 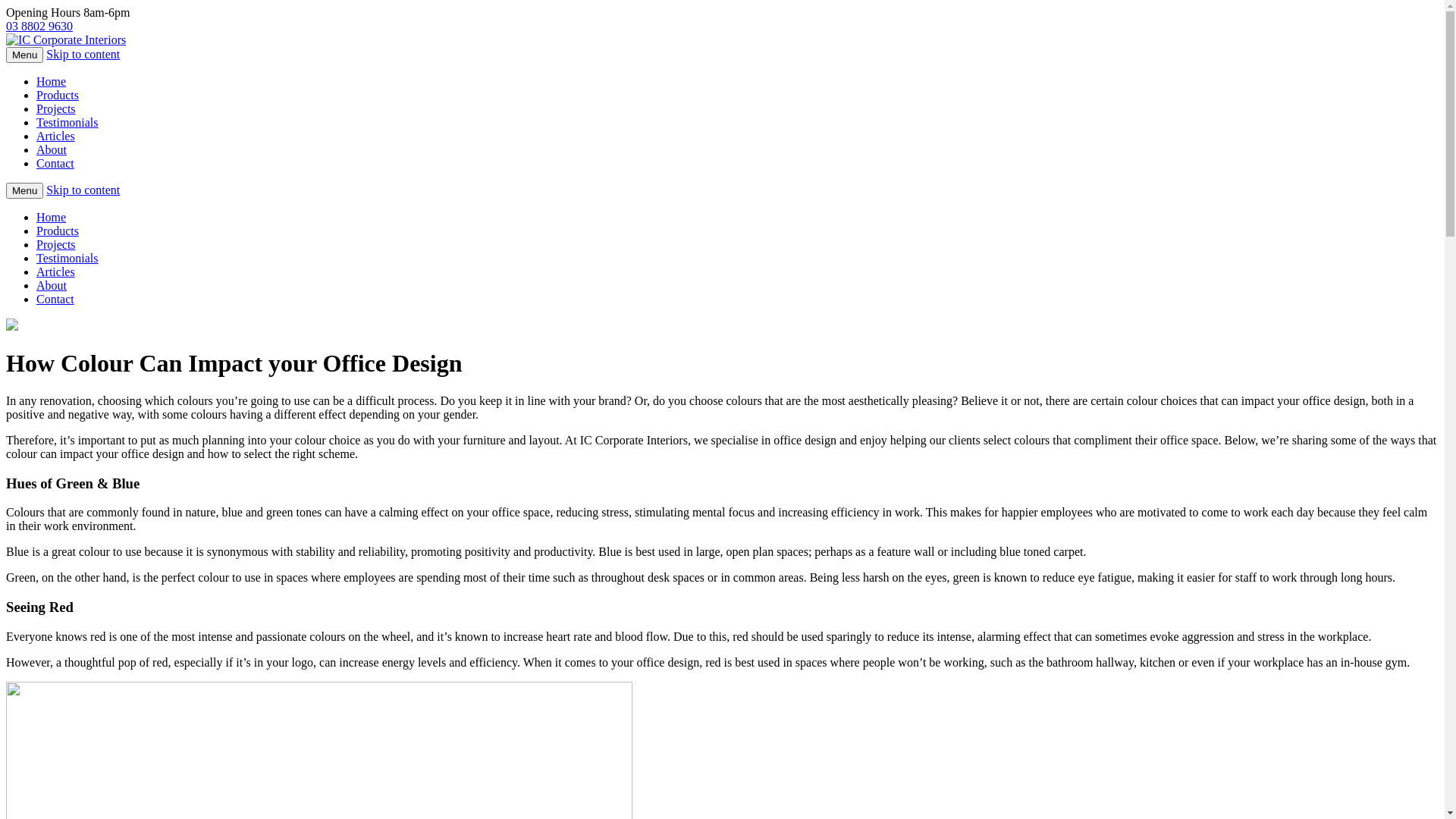 What do you see at coordinates (6, 39) in the screenshot?
I see `'Office Fitouts Melbourne | Commercial'` at bounding box center [6, 39].